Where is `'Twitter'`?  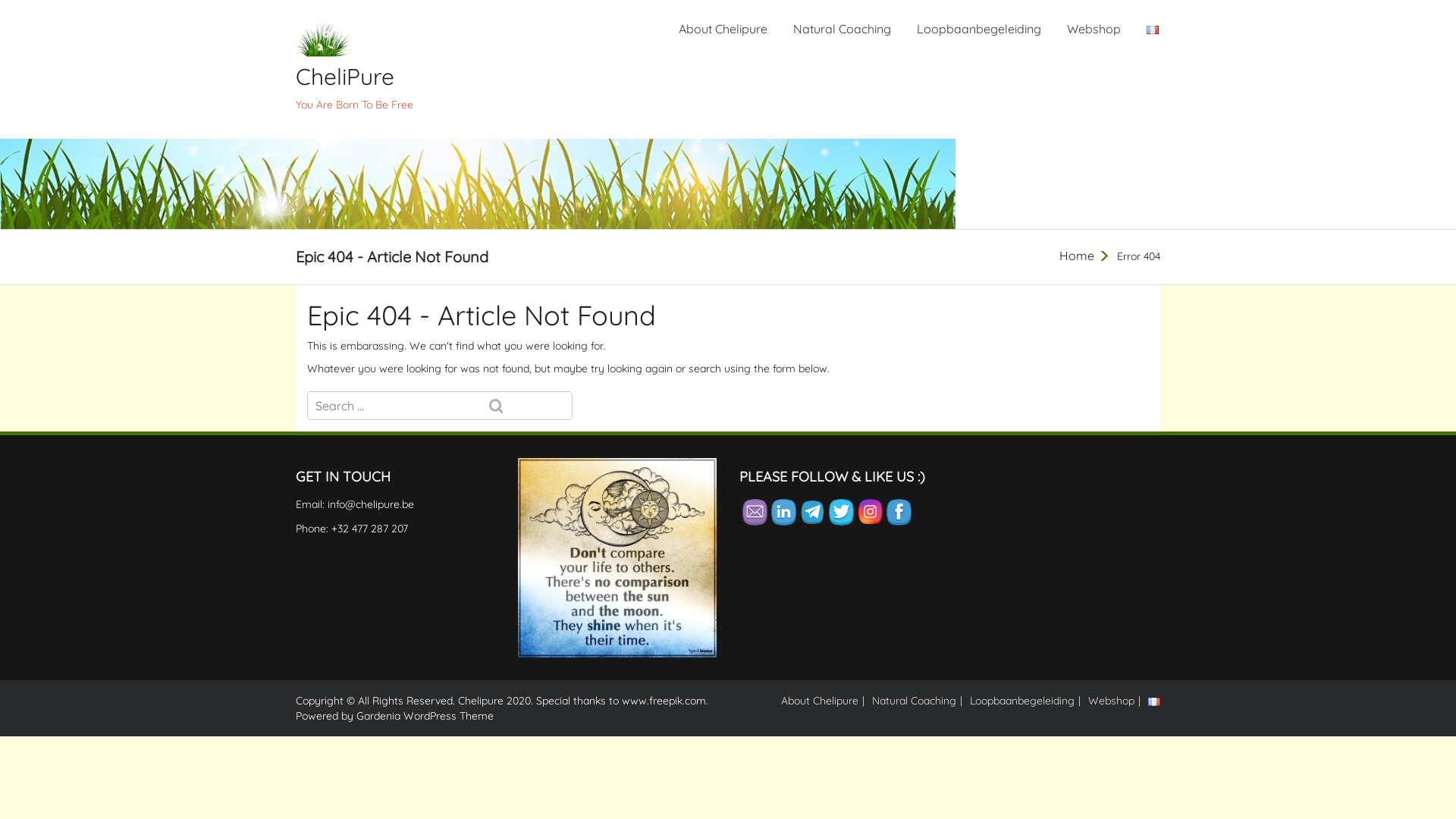
'Twitter' is located at coordinates (840, 512).